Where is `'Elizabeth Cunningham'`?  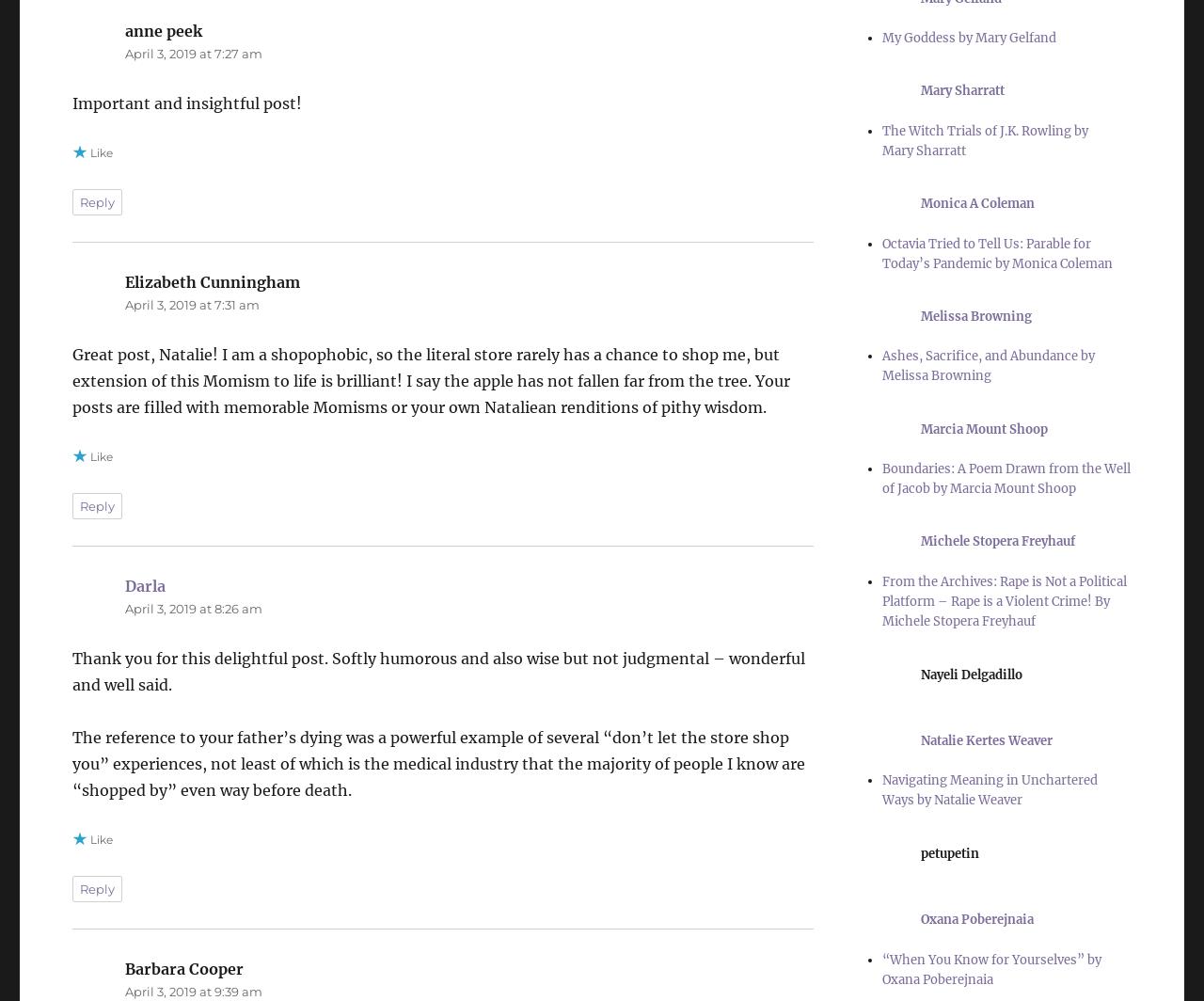 'Elizabeth Cunningham' is located at coordinates (213, 280).